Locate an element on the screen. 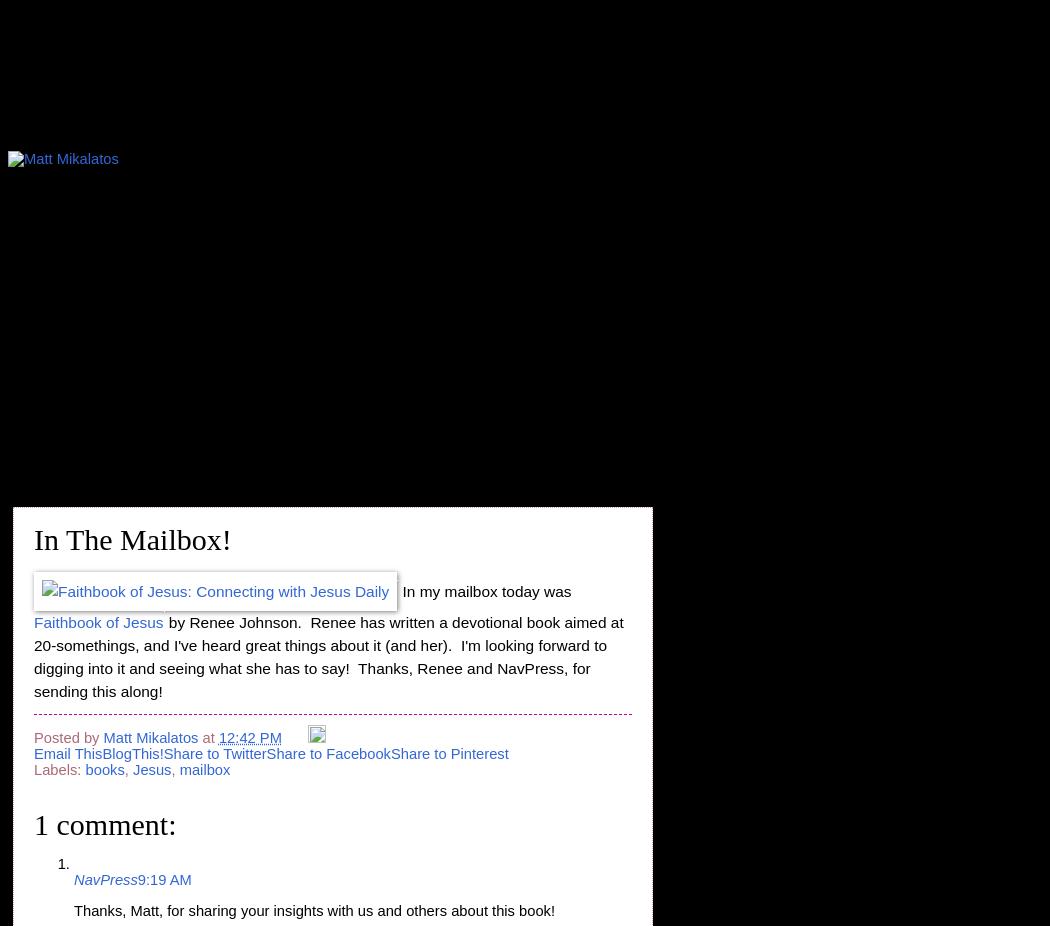 Image resolution: width=1050 pixels, height=926 pixels. 'Share to Pinterest' is located at coordinates (447, 753).